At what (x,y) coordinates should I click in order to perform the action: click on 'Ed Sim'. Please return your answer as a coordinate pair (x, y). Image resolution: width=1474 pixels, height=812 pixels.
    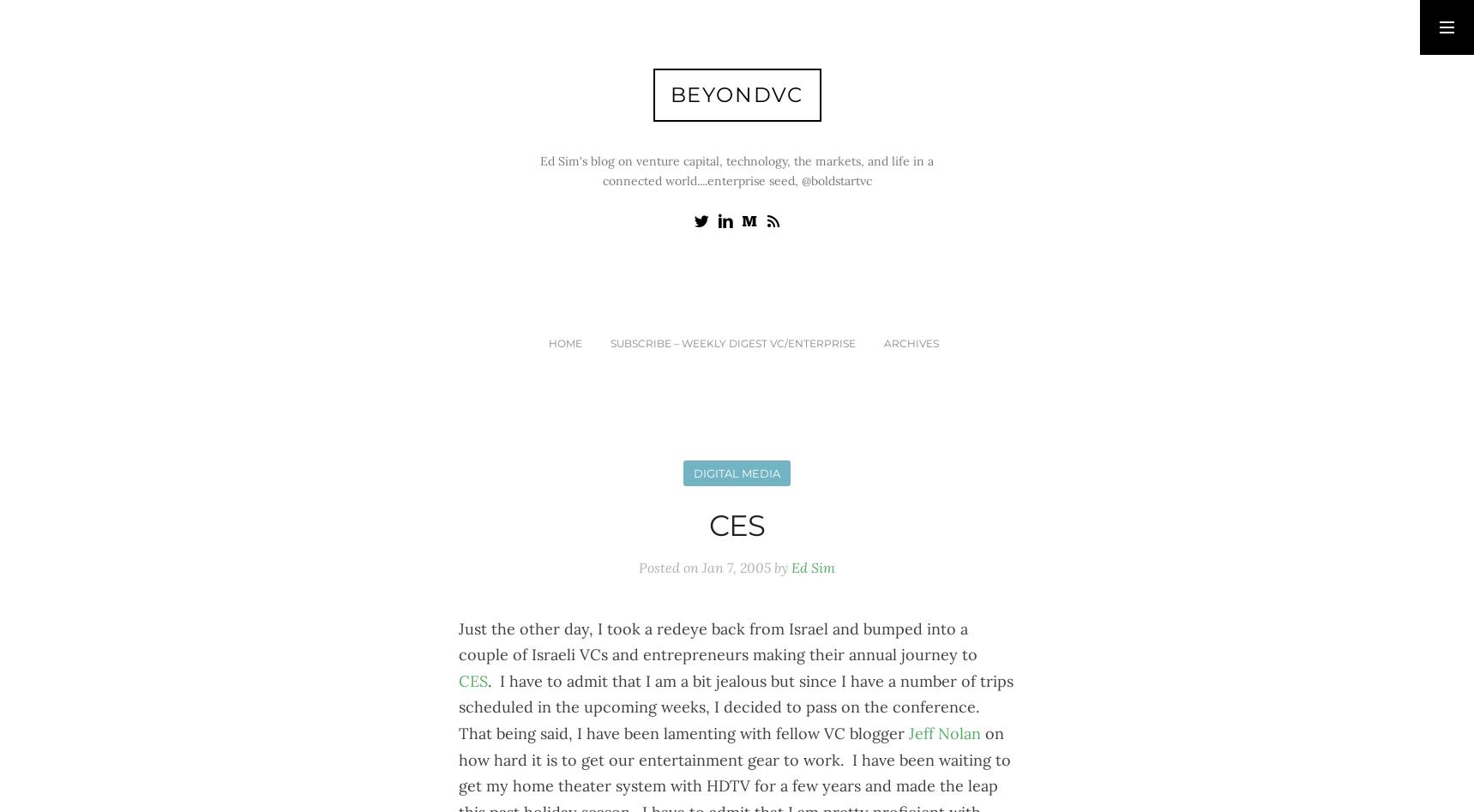
    Looking at the image, I should click on (812, 567).